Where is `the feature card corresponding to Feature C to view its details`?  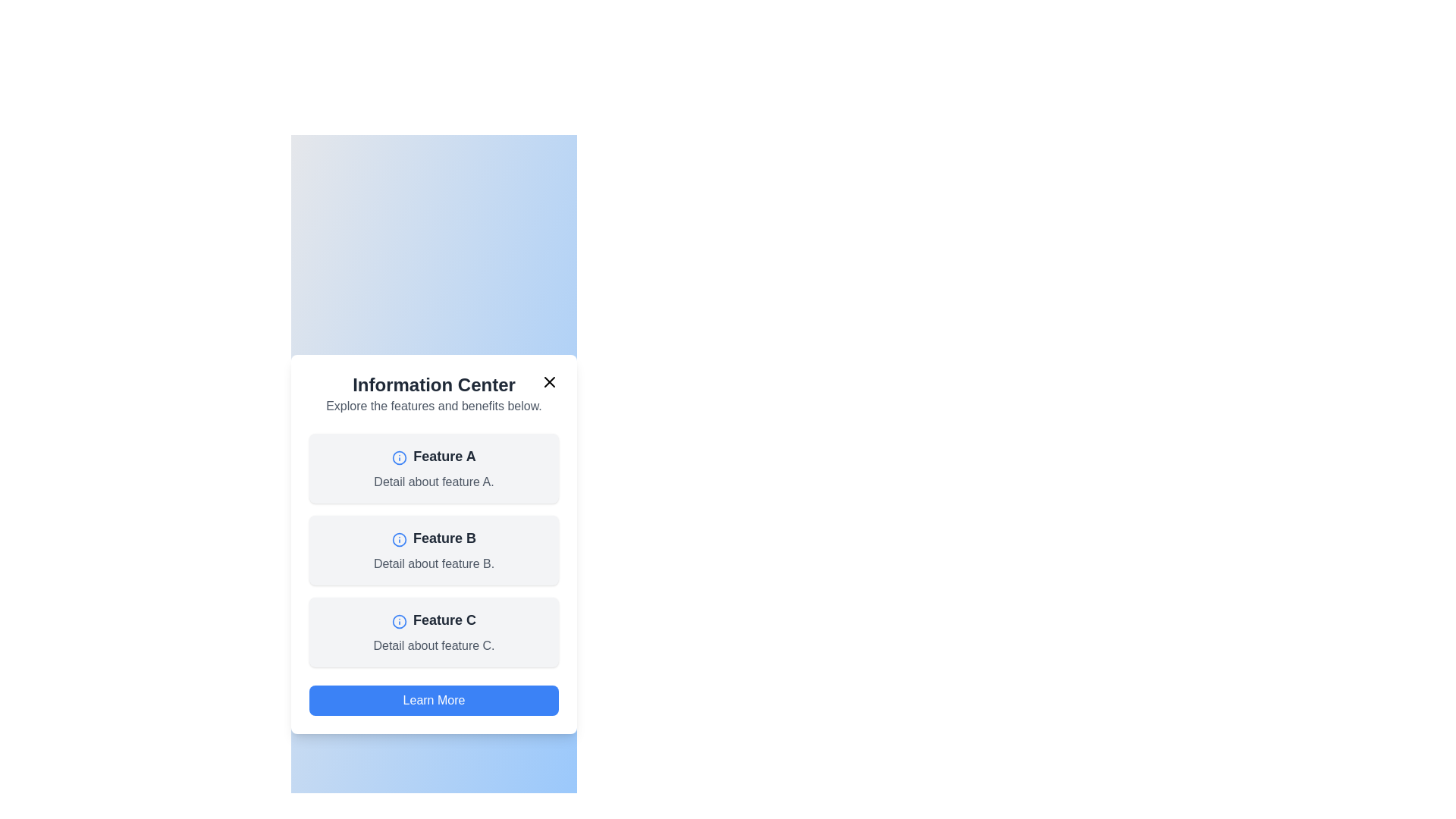 the feature card corresponding to Feature C to view its details is located at coordinates (433, 632).